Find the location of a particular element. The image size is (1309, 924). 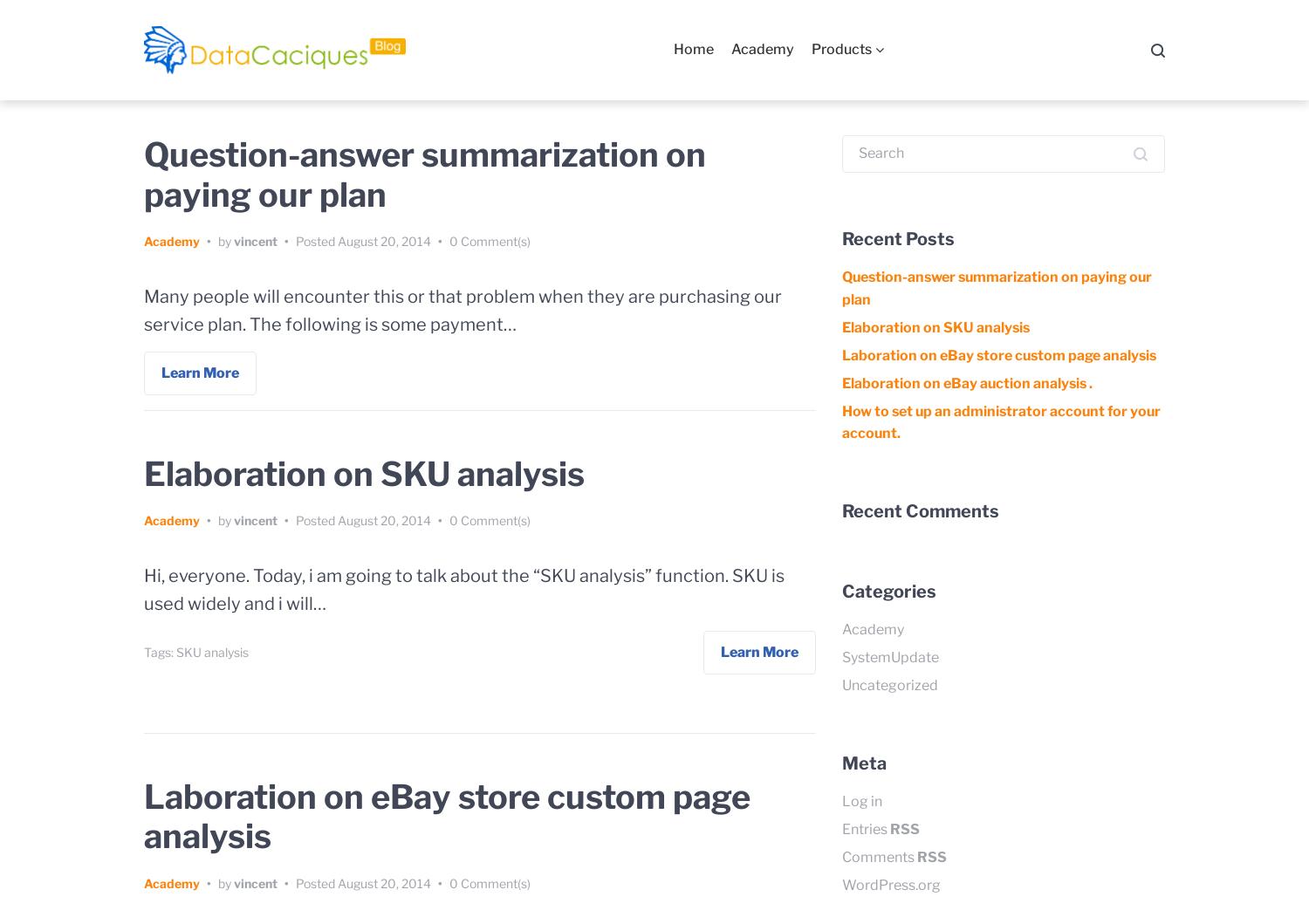

'Home' is located at coordinates (692, 49).